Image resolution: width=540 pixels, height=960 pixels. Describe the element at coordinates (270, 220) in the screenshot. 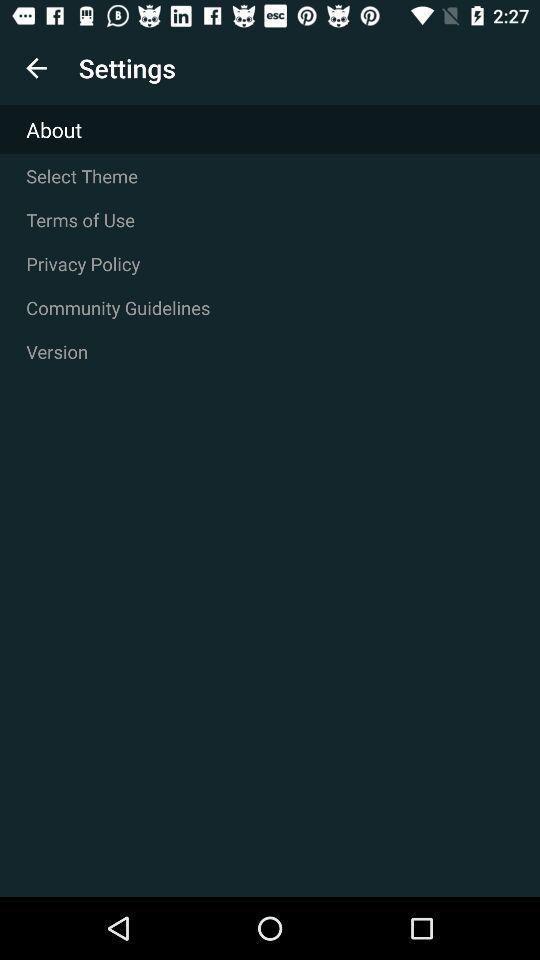

I see `the icon below the select theme item` at that location.